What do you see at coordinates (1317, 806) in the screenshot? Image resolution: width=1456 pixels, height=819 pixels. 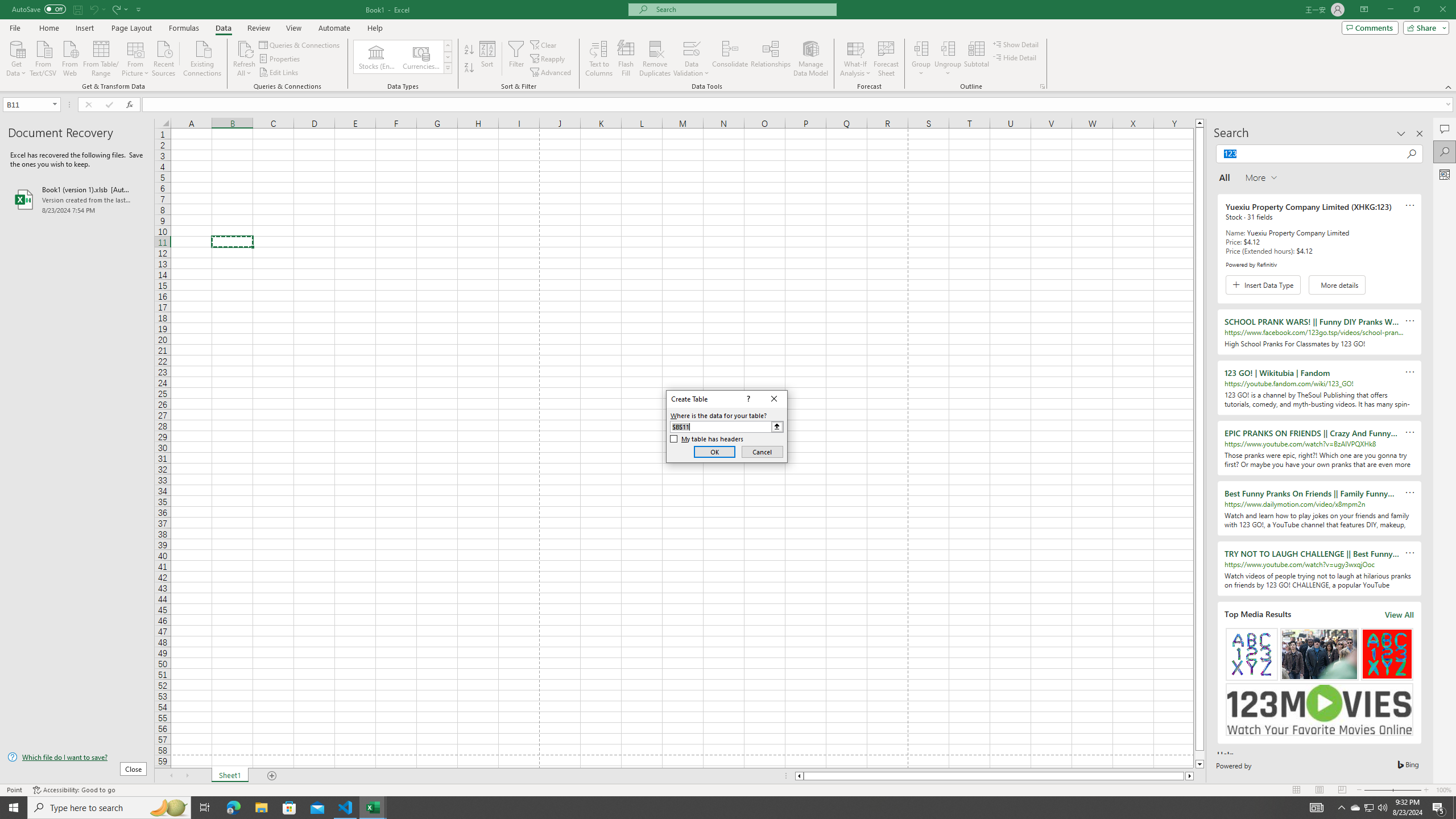 I see `'AutomationID: 4105'` at bounding box center [1317, 806].